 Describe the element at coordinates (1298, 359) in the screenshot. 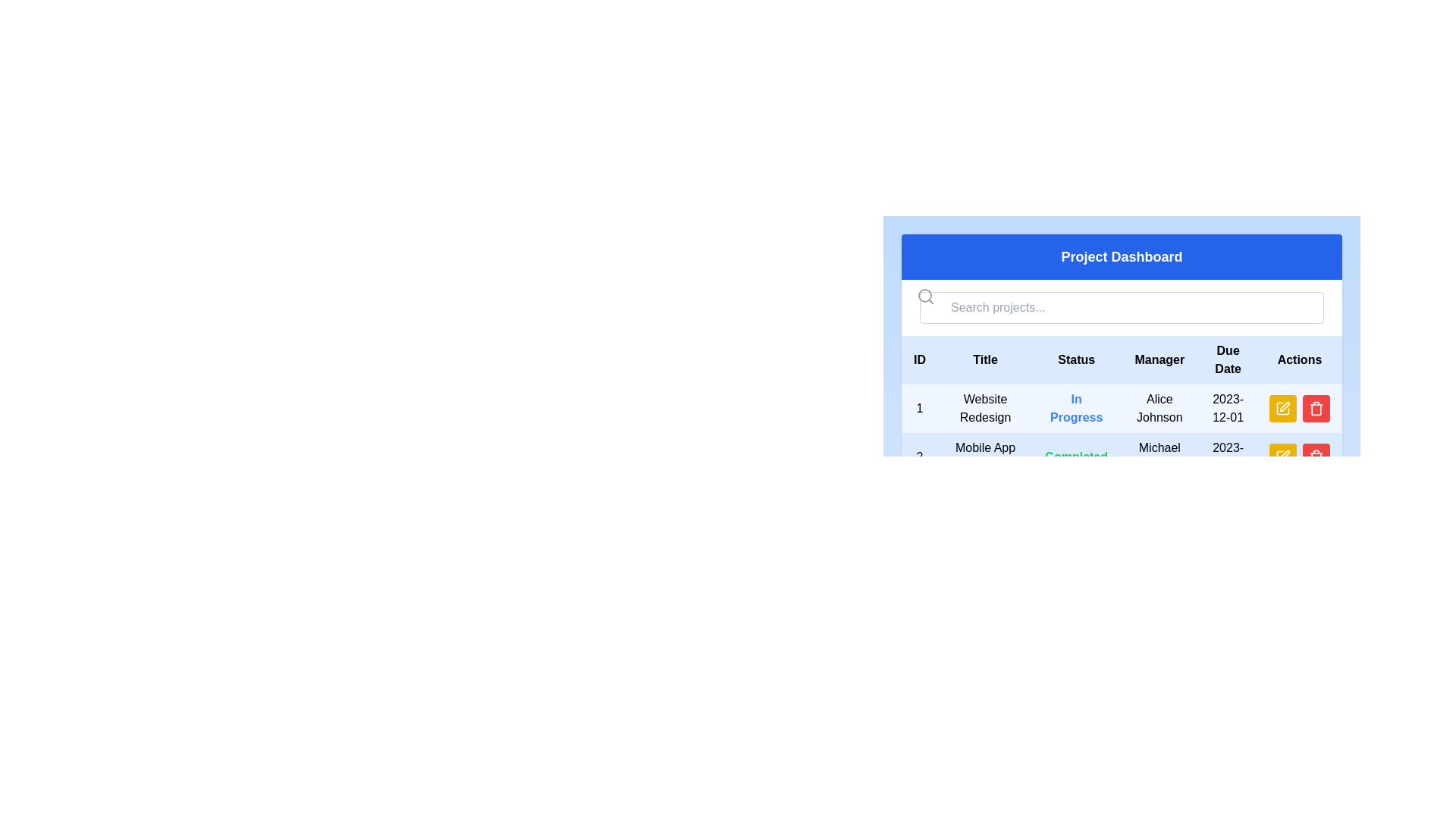

I see `the 'Actions' text label, which is a bold black font on a light blue background located in the rightmost column header above a table` at that location.